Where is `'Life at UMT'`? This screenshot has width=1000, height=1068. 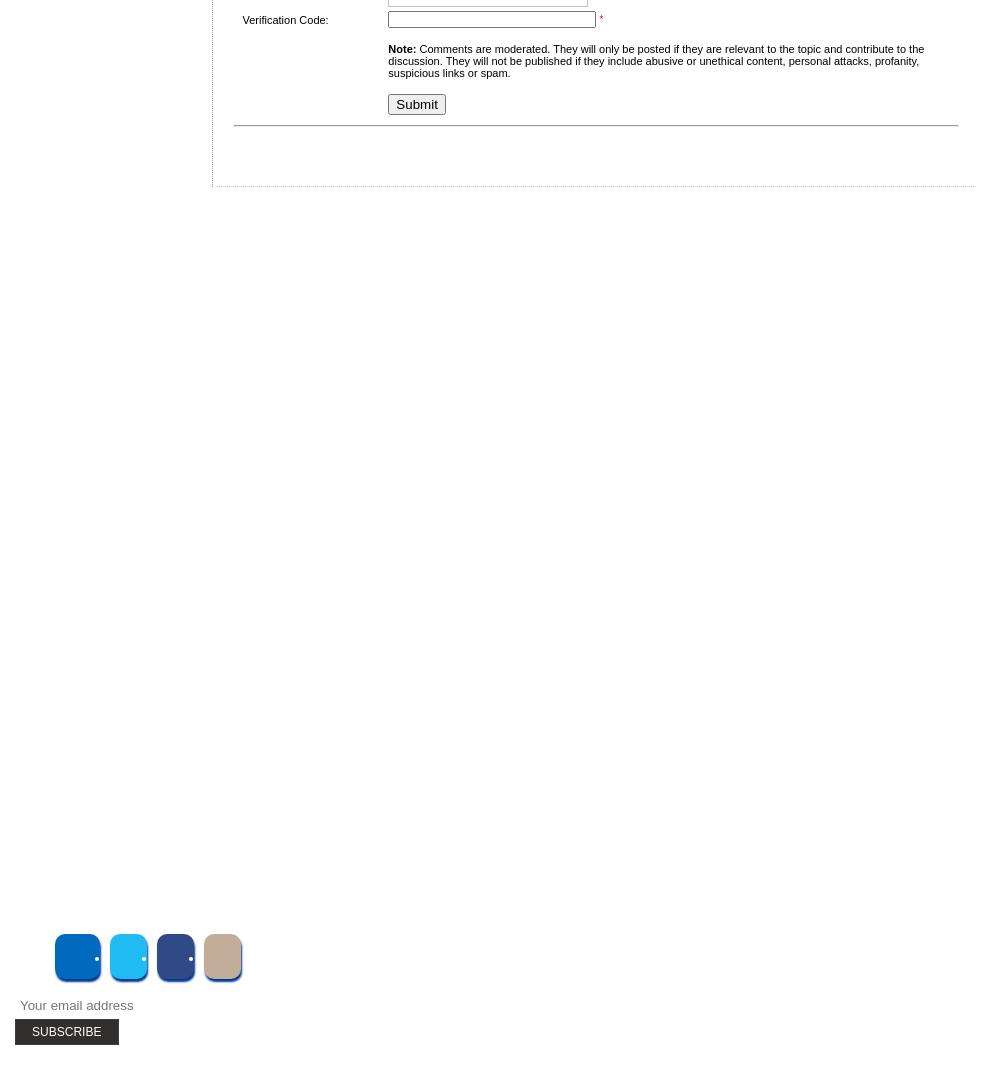 'Life at UMT' is located at coordinates (102, 665).